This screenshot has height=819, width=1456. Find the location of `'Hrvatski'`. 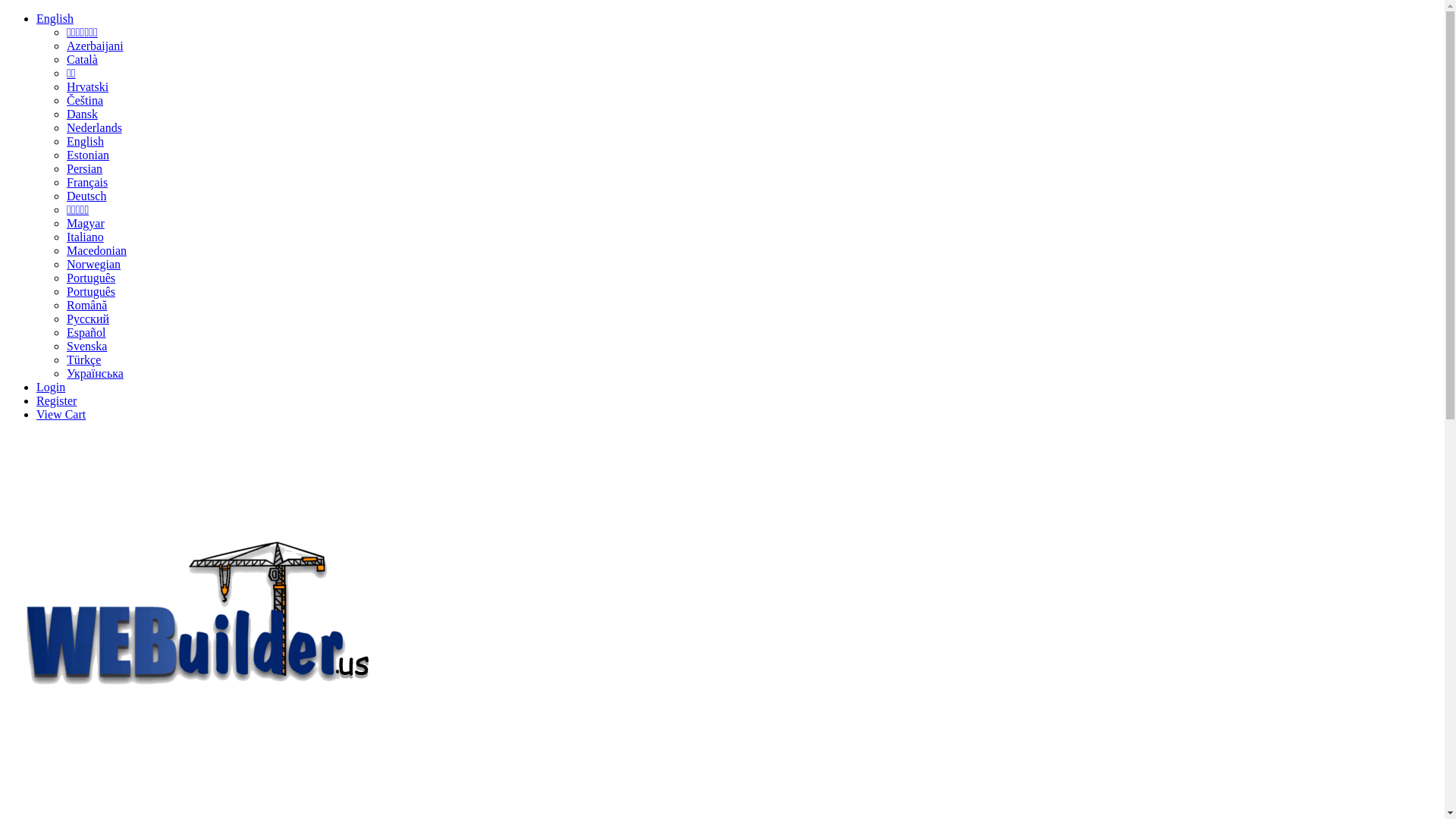

'Hrvatski' is located at coordinates (65, 86).